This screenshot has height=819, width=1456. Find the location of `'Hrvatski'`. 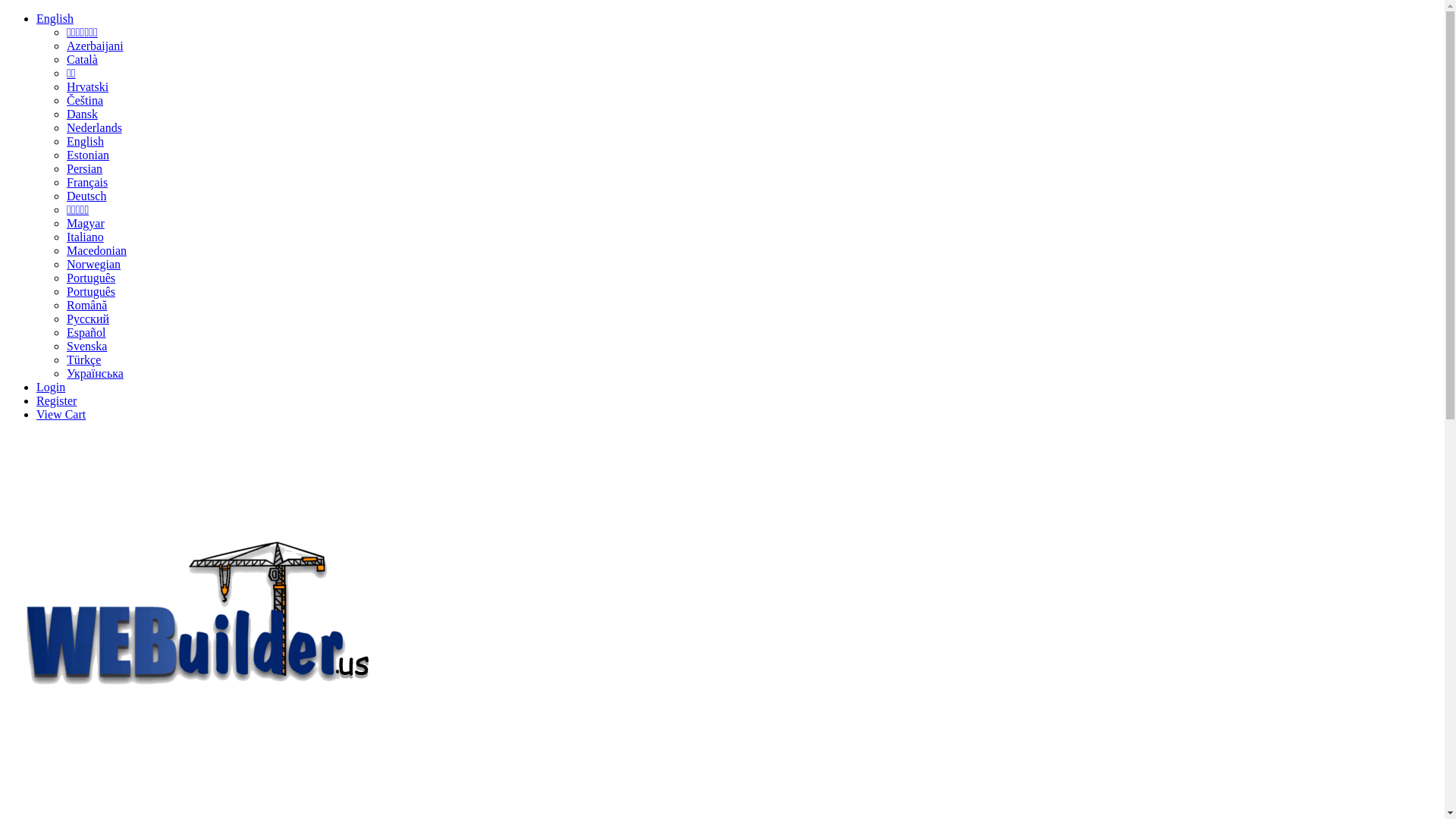

'Hrvatski' is located at coordinates (65, 86).